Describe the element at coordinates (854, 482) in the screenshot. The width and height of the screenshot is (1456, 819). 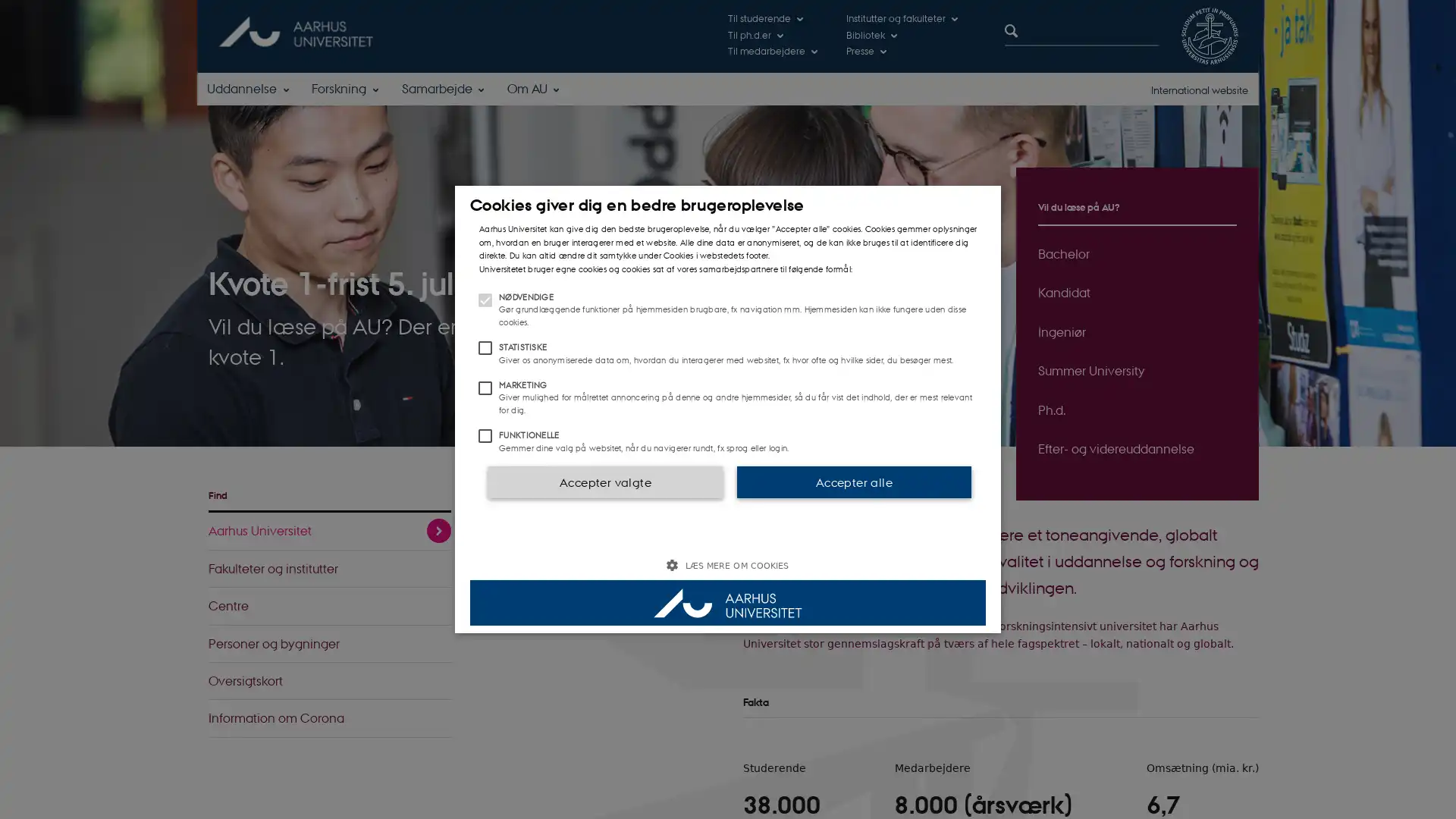
I see `Accepter alle` at that location.